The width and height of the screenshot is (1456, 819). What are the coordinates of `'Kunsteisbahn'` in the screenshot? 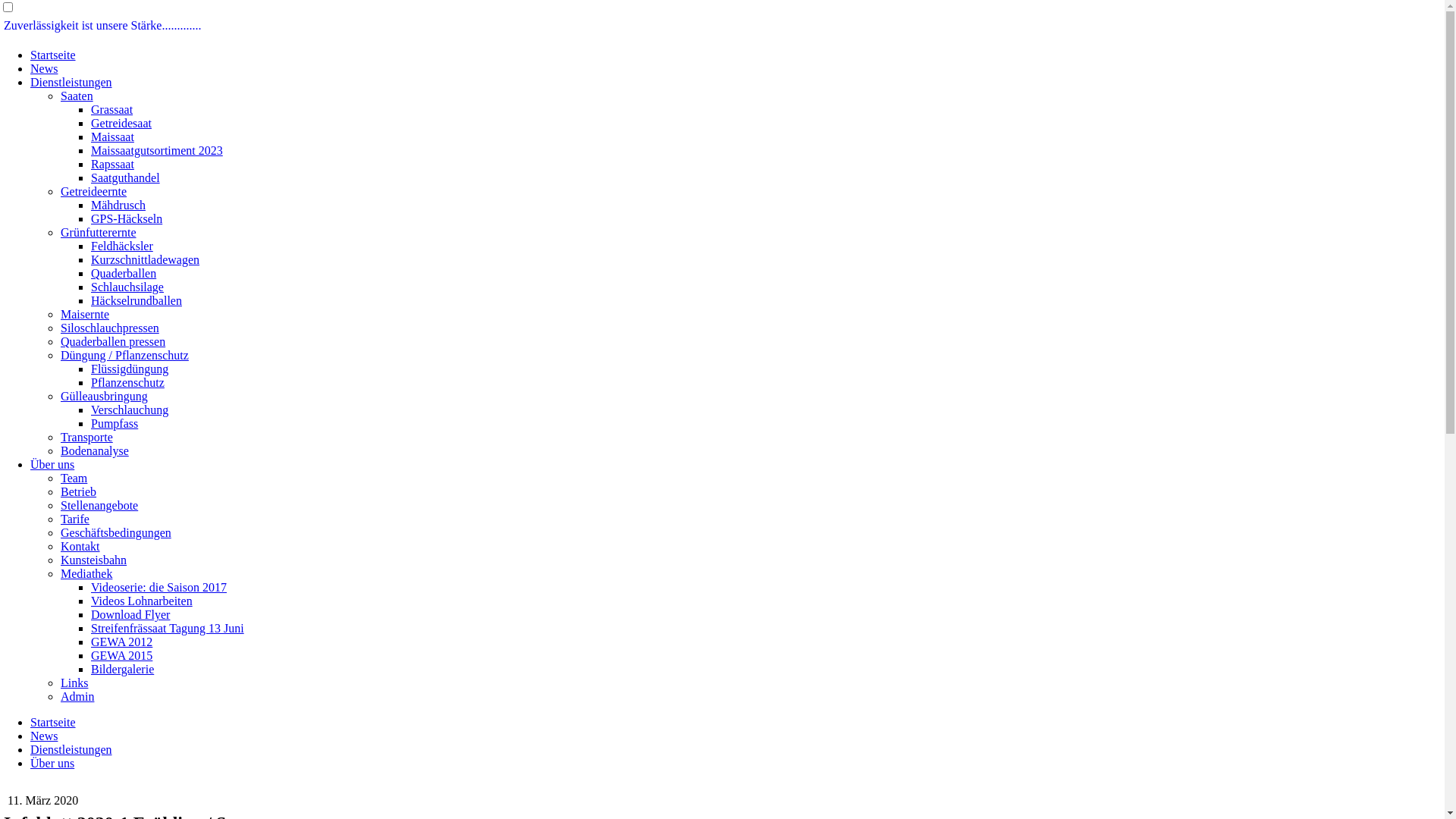 It's located at (61, 560).